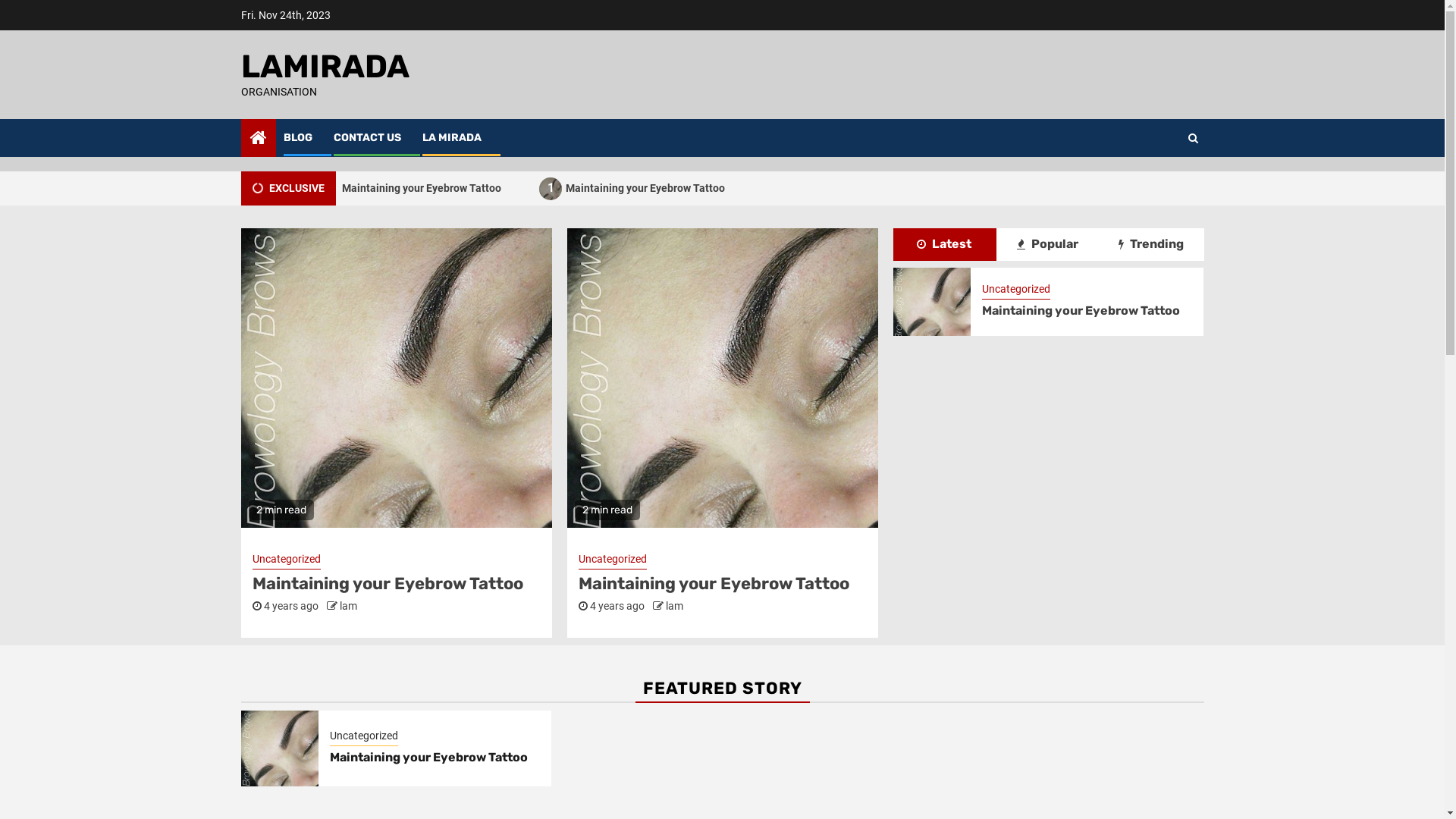 This screenshot has height=819, width=1456. What do you see at coordinates (367, 137) in the screenshot?
I see `'CONTACT US'` at bounding box center [367, 137].